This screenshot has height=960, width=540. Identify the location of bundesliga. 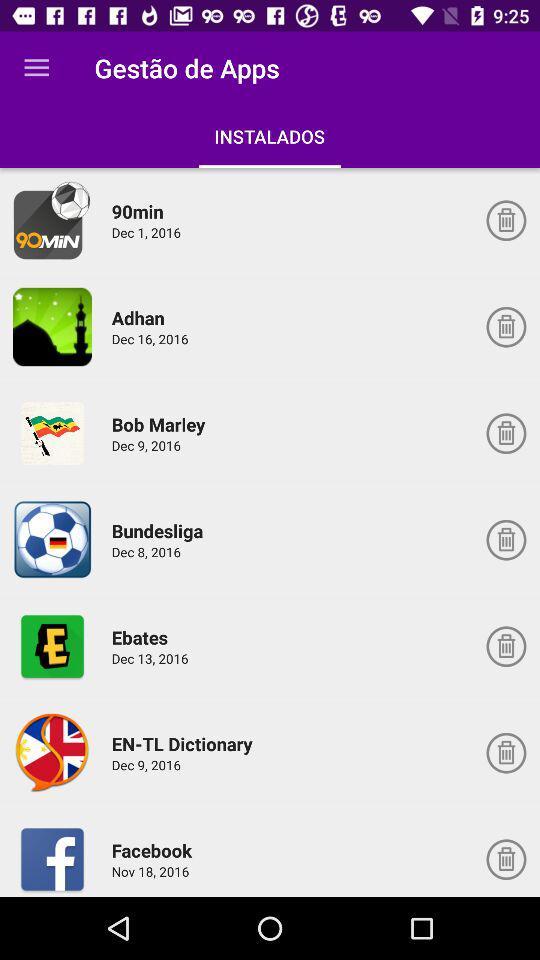
(159, 529).